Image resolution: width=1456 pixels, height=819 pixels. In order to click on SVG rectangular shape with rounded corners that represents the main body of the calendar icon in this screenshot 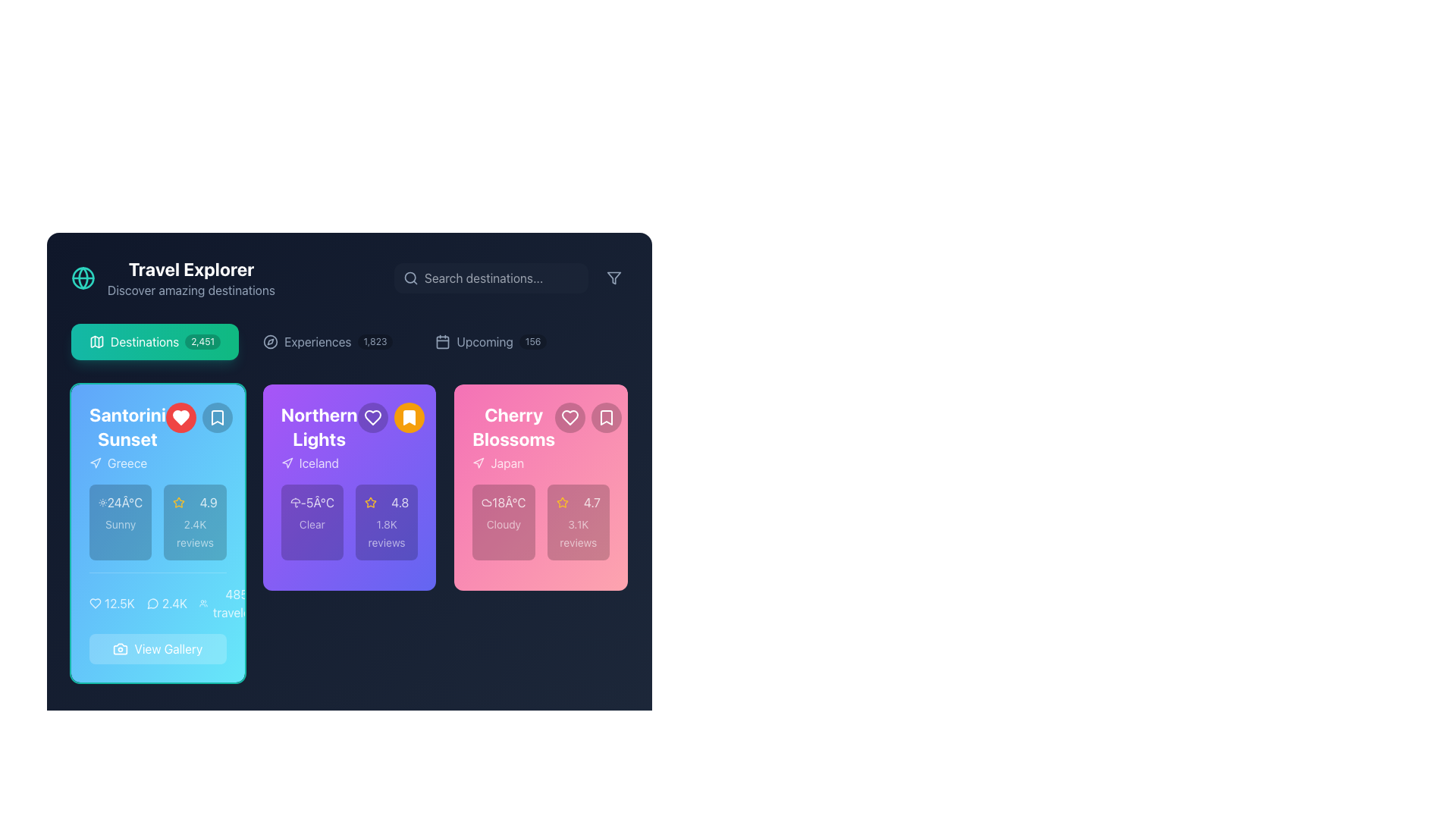, I will do `click(442, 342)`.